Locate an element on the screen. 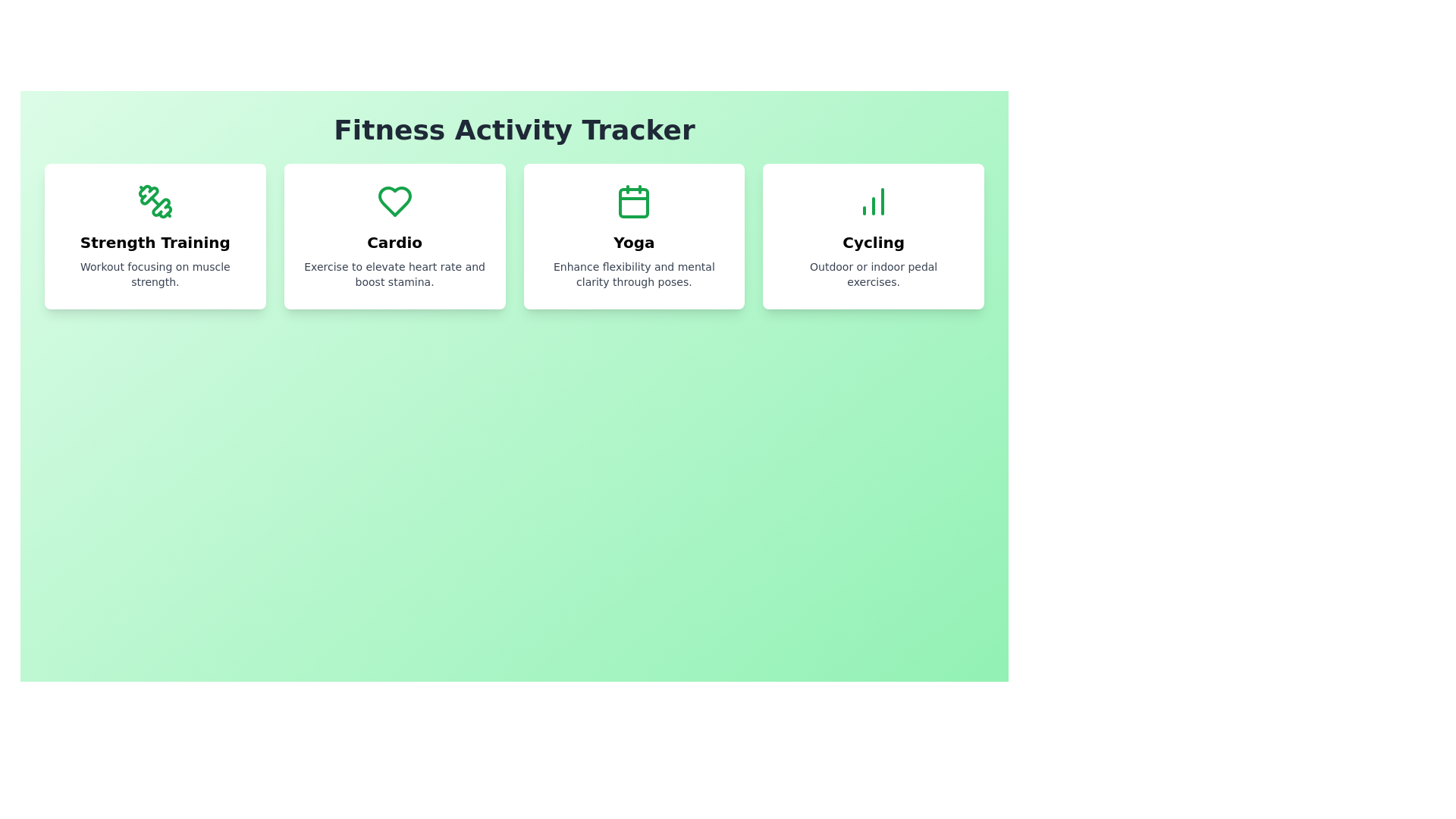 The width and height of the screenshot is (1456, 819). the text element styled in small gray font that reads 'Outdoor or indoor pedal exercises.', located below the 'Cycling' title in the far right box of the 'Fitness Activity Tracker' grid is located at coordinates (874, 275).